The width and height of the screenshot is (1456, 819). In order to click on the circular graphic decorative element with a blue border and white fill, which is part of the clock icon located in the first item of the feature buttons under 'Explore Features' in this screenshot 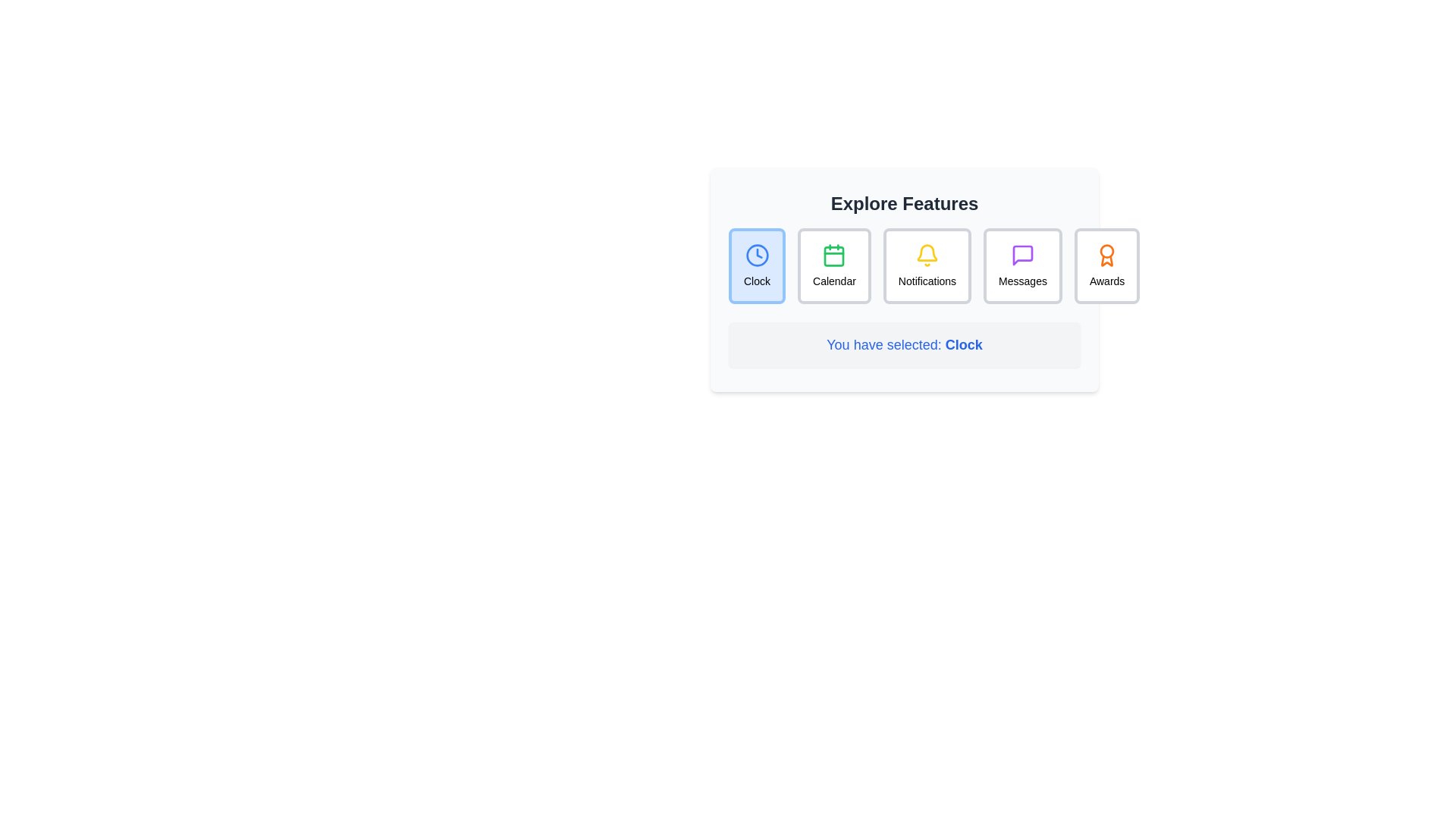, I will do `click(757, 254)`.